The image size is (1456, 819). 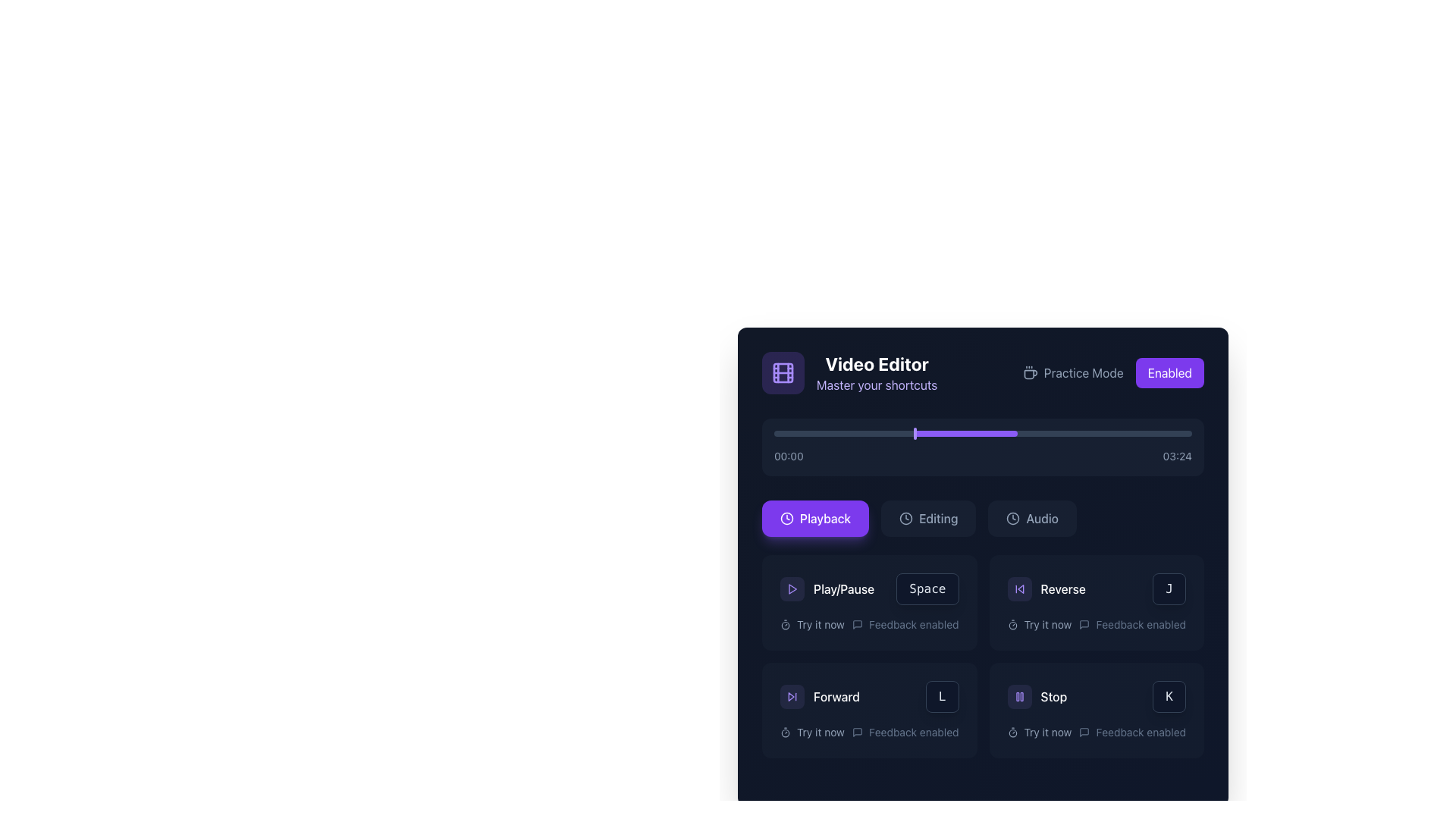 What do you see at coordinates (877, 373) in the screenshot?
I see `the text block displaying 'Video Editor' and 'Master your shortcuts', located in the top-left section of the interface panel` at bounding box center [877, 373].